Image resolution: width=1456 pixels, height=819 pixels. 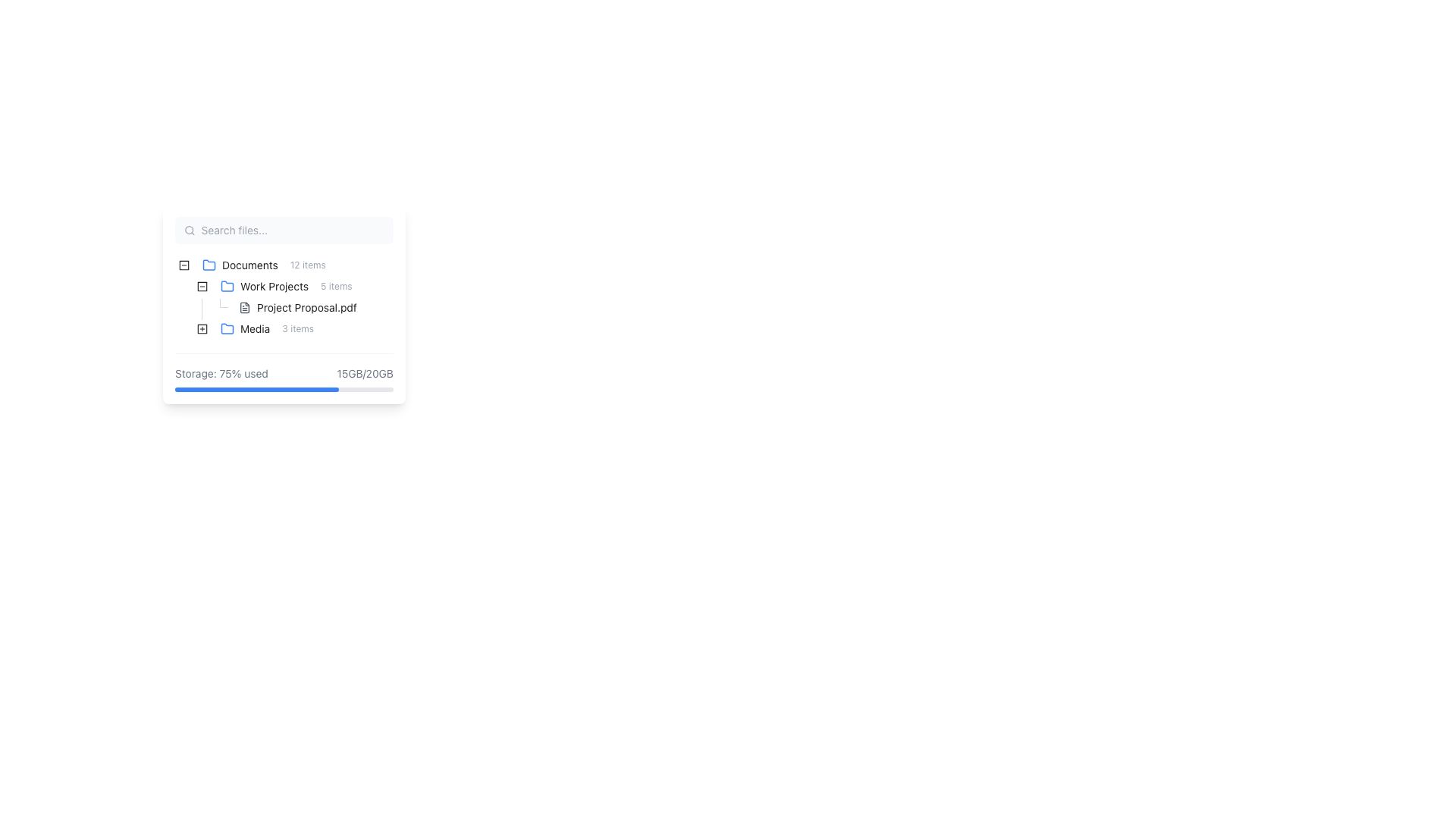 What do you see at coordinates (275, 307) in the screenshot?
I see `the Tree leaf node displaying the file named 'Project Proposal.pdf'` at bounding box center [275, 307].